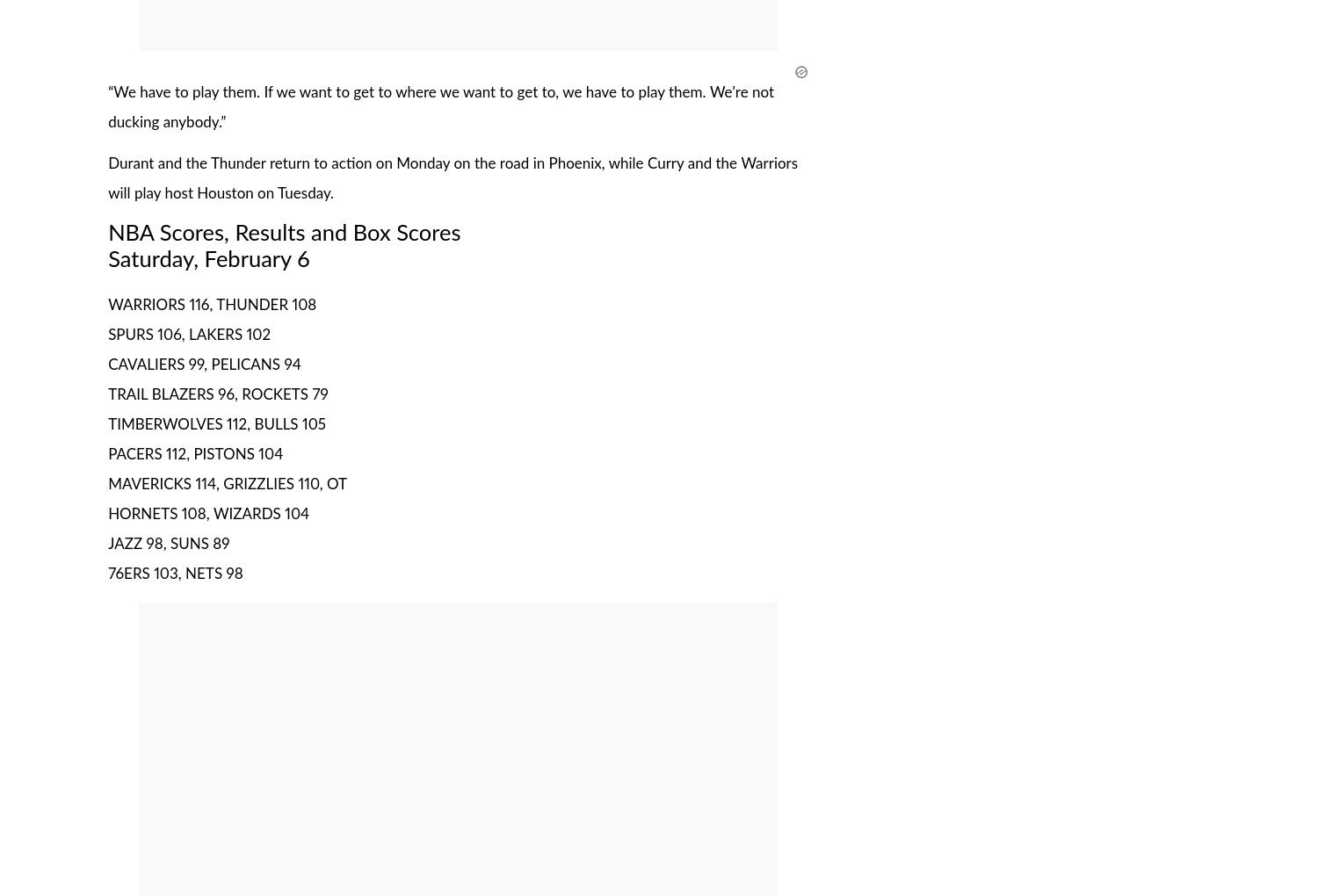 The image size is (1318, 896). Describe the element at coordinates (194, 453) in the screenshot. I see `'PACERS 112, PISTONS 104'` at that location.